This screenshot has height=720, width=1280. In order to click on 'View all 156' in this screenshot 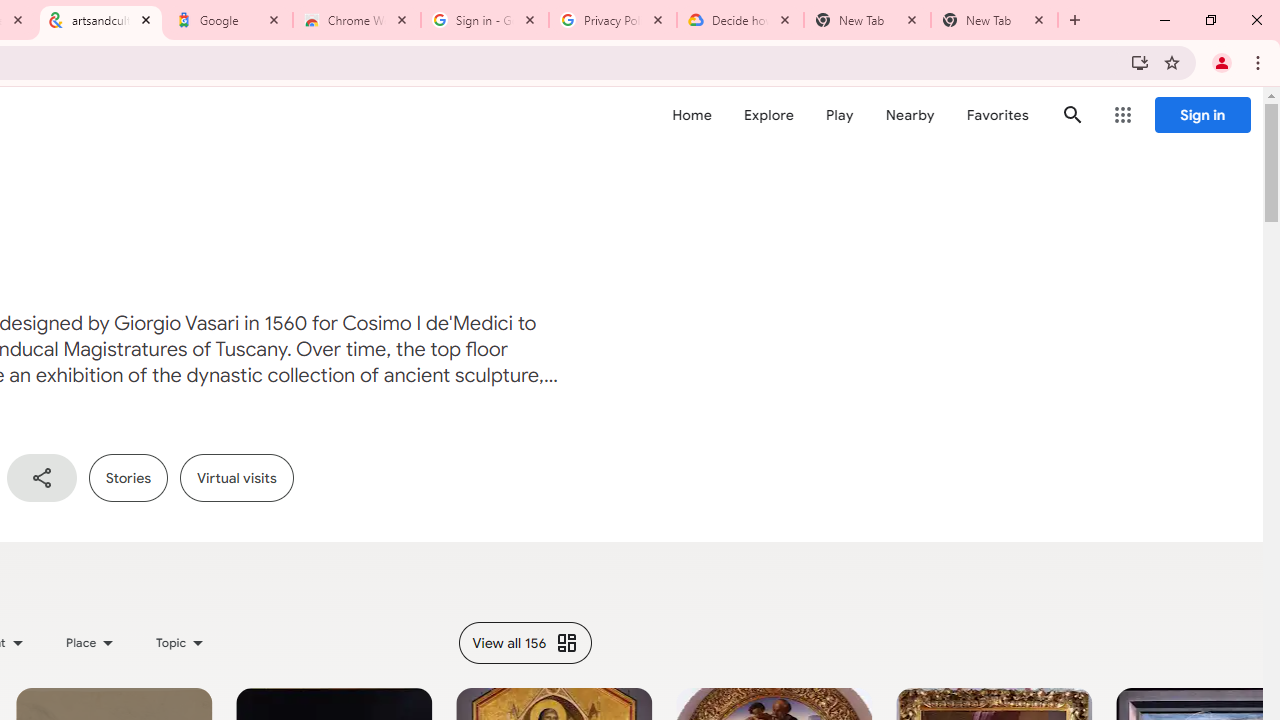, I will do `click(525, 642)`.